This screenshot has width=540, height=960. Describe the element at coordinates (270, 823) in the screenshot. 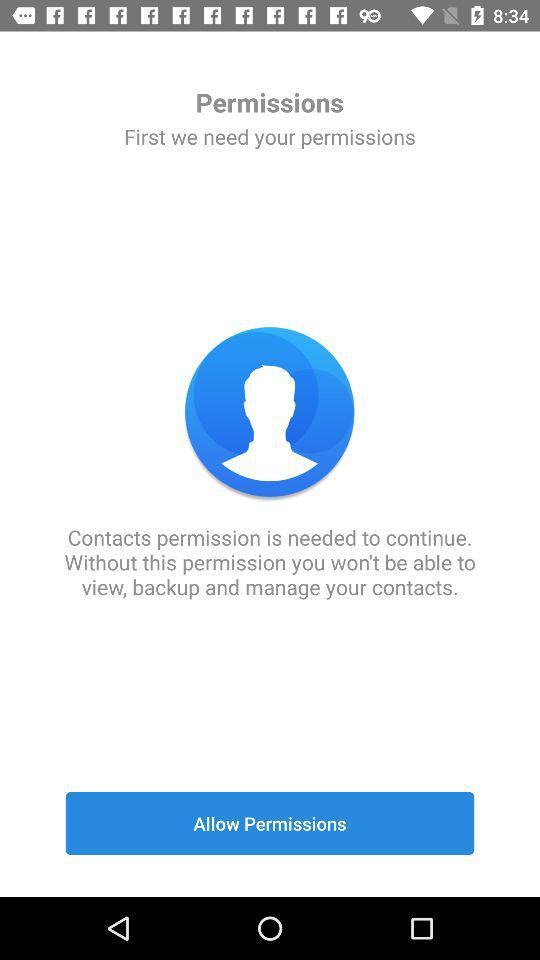

I see `the allow permissions icon` at that location.